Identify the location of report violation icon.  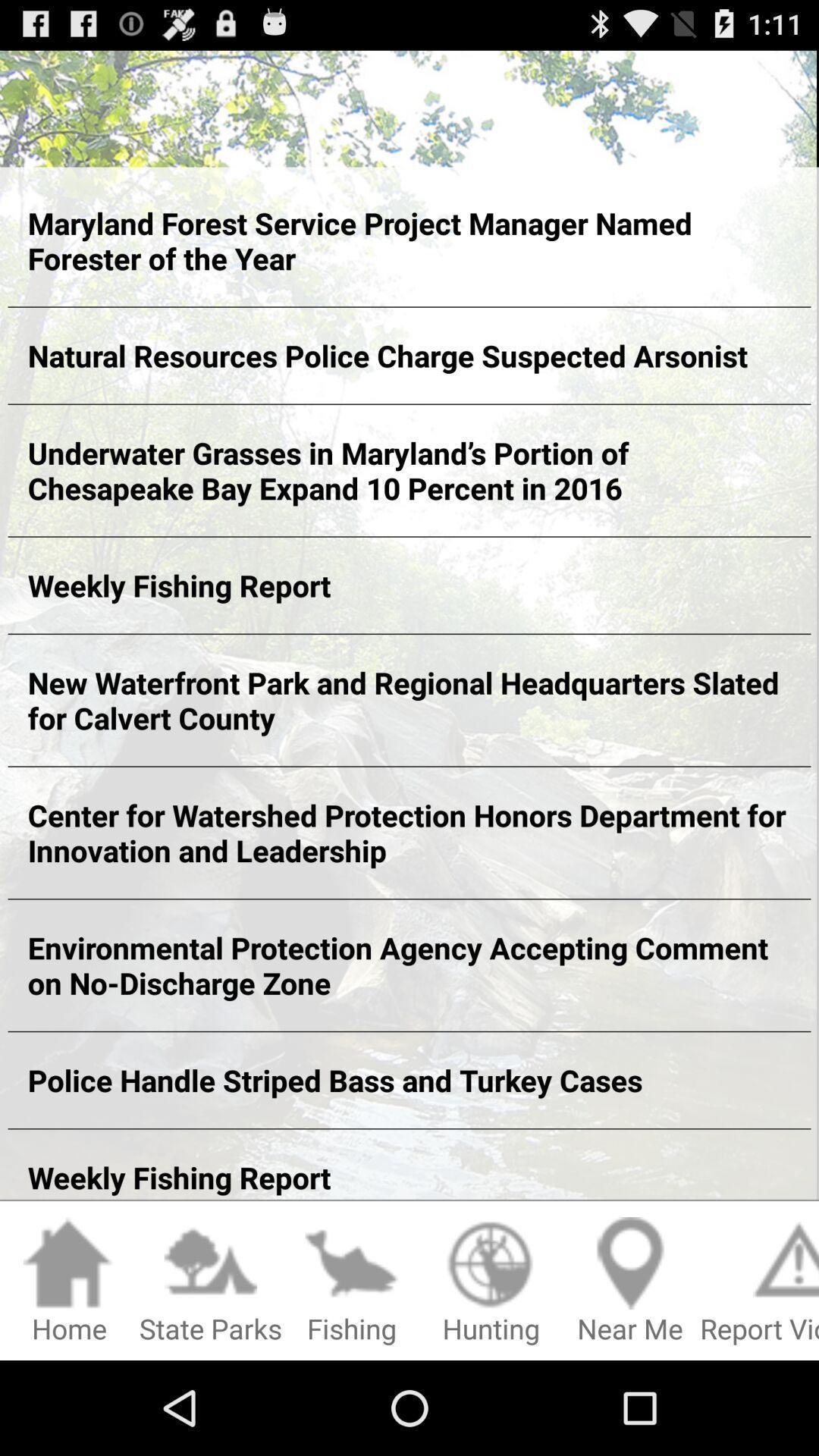
(759, 1281).